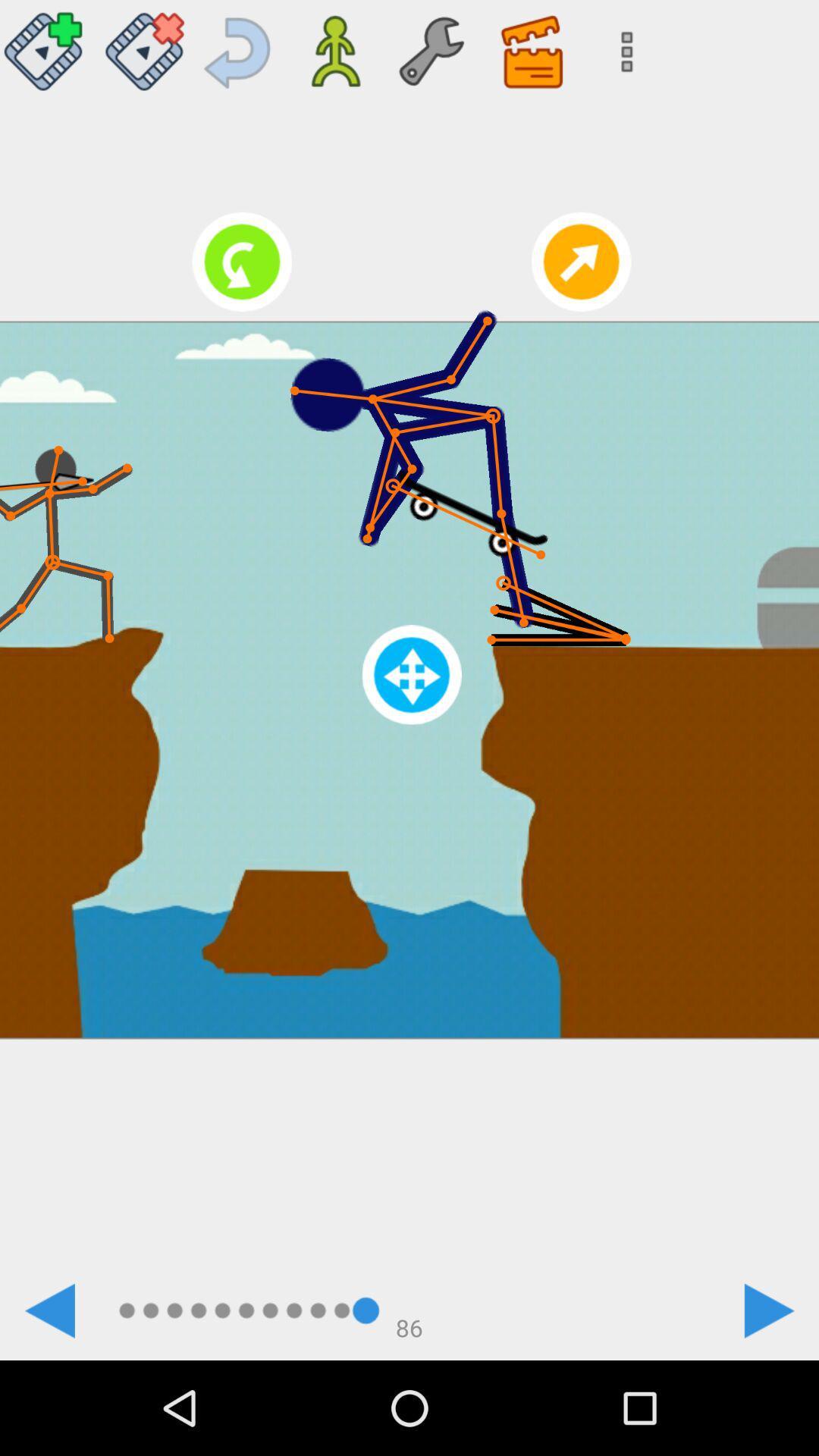  Describe the element at coordinates (622, 45) in the screenshot. I see `show menu options` at that location.